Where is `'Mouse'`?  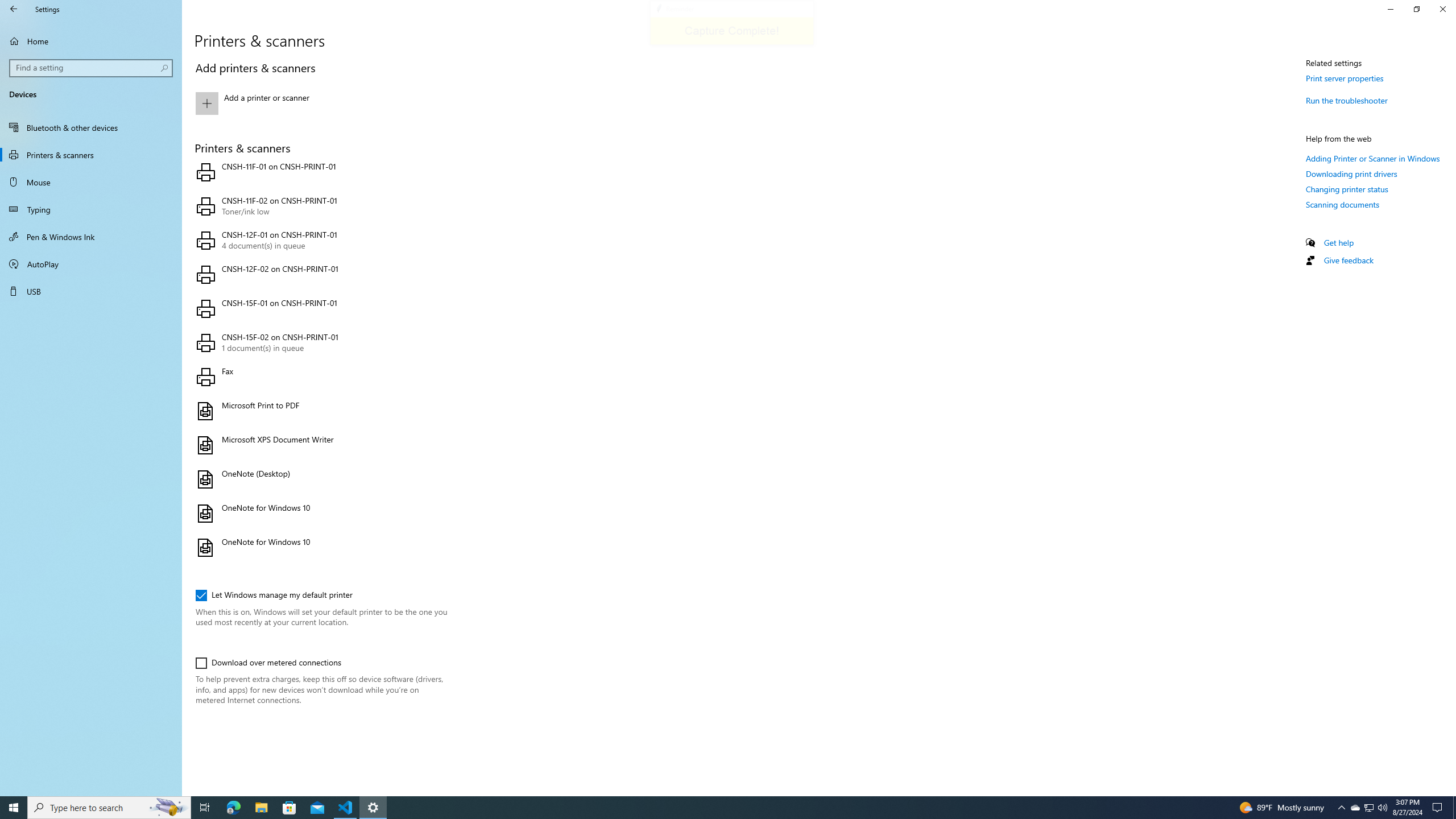 'Mouse' is located at coordinates (90, 181).